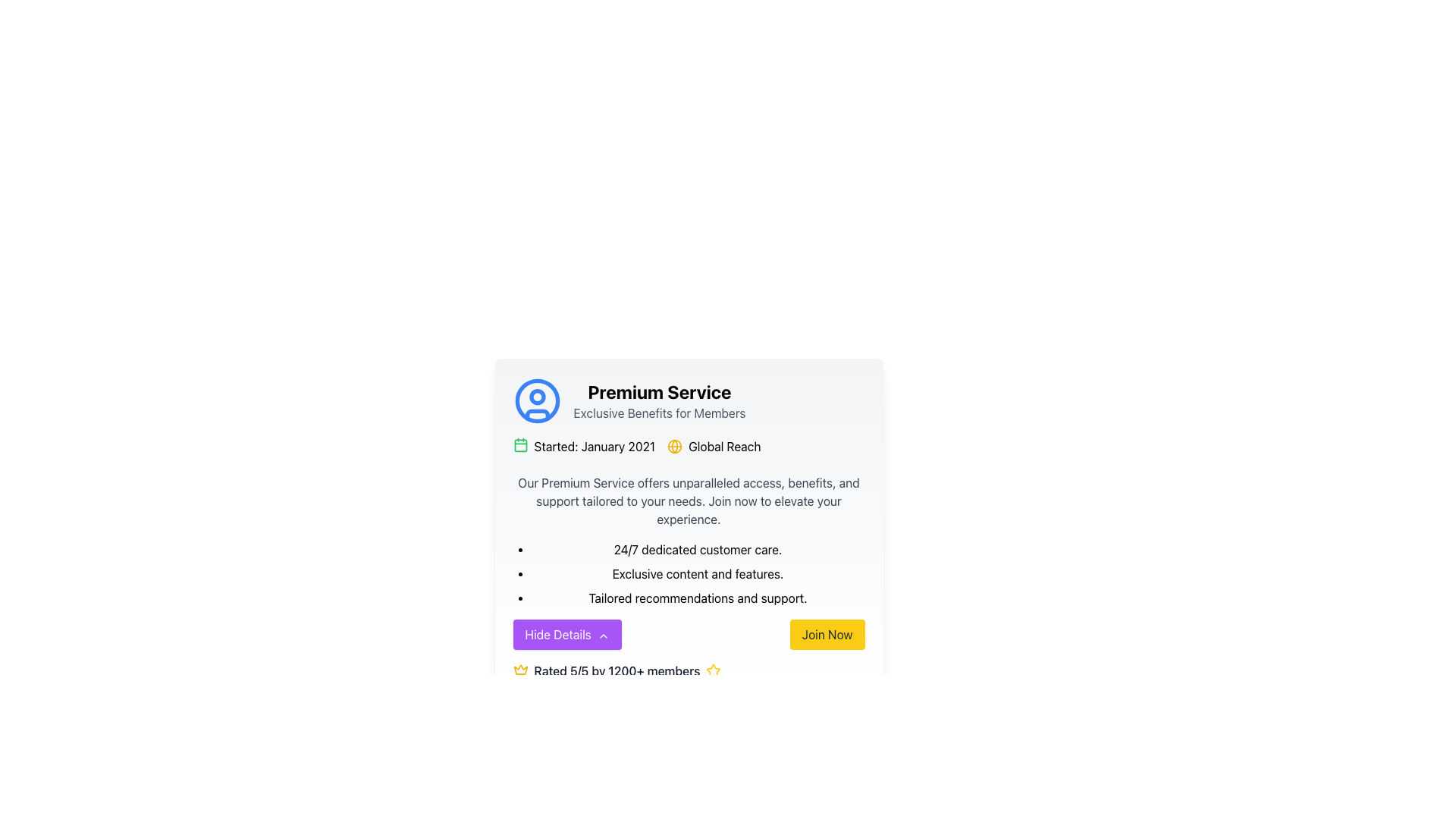 The height and width of the screenshot is (819, 1456). I want to click on the text label providing starting date information related to the Premium Service card, which is the first item in a horizontal list below the title and subtitle, so click(583, 446).